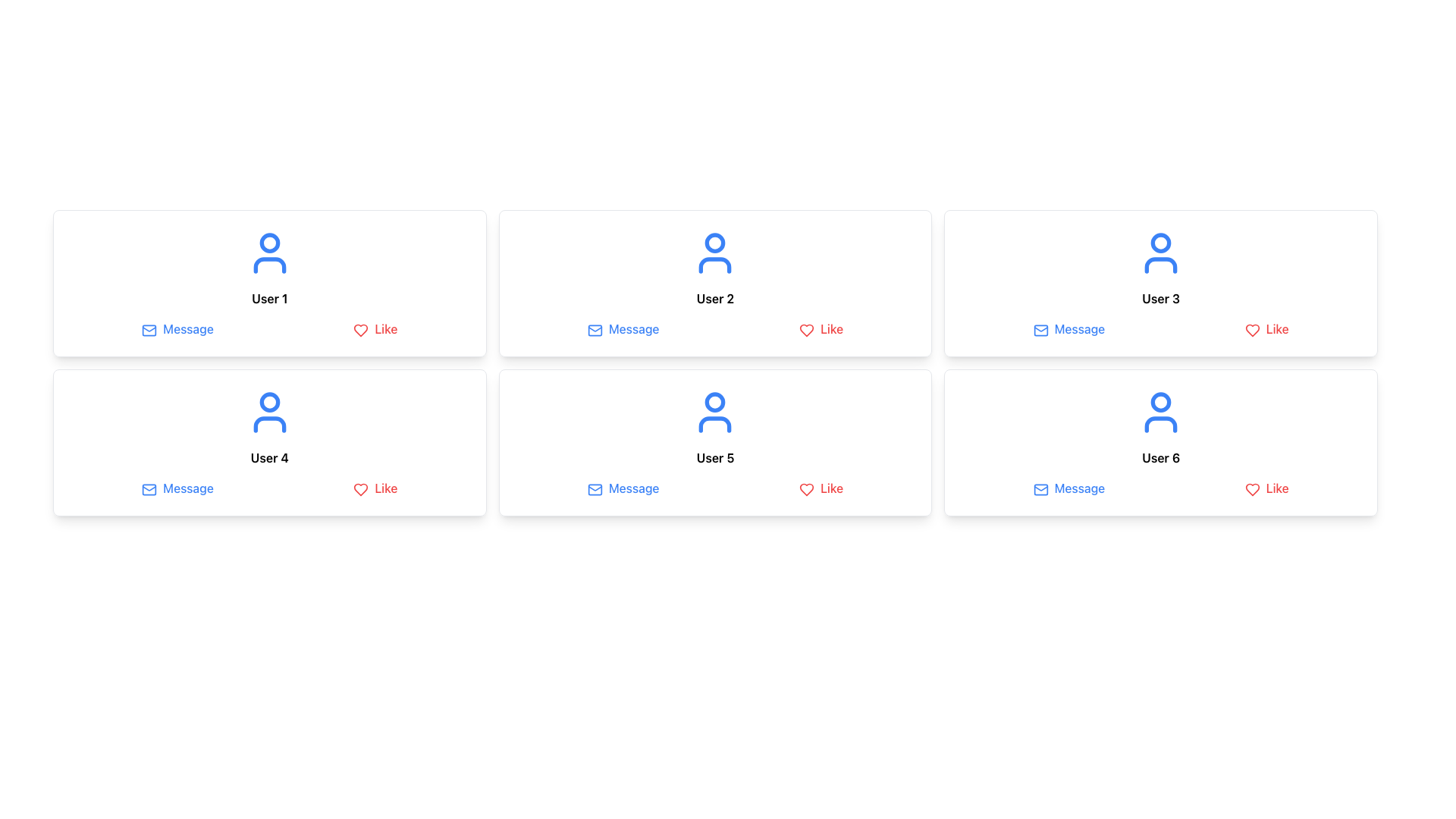  Describe the element at coordinates (269, 265) in the screenshot. I see `the lower part of an abstract user silhouette icon, which is represented by curved lines forming the base or shoulders of the figure, located within the SVG user icon` at that location.